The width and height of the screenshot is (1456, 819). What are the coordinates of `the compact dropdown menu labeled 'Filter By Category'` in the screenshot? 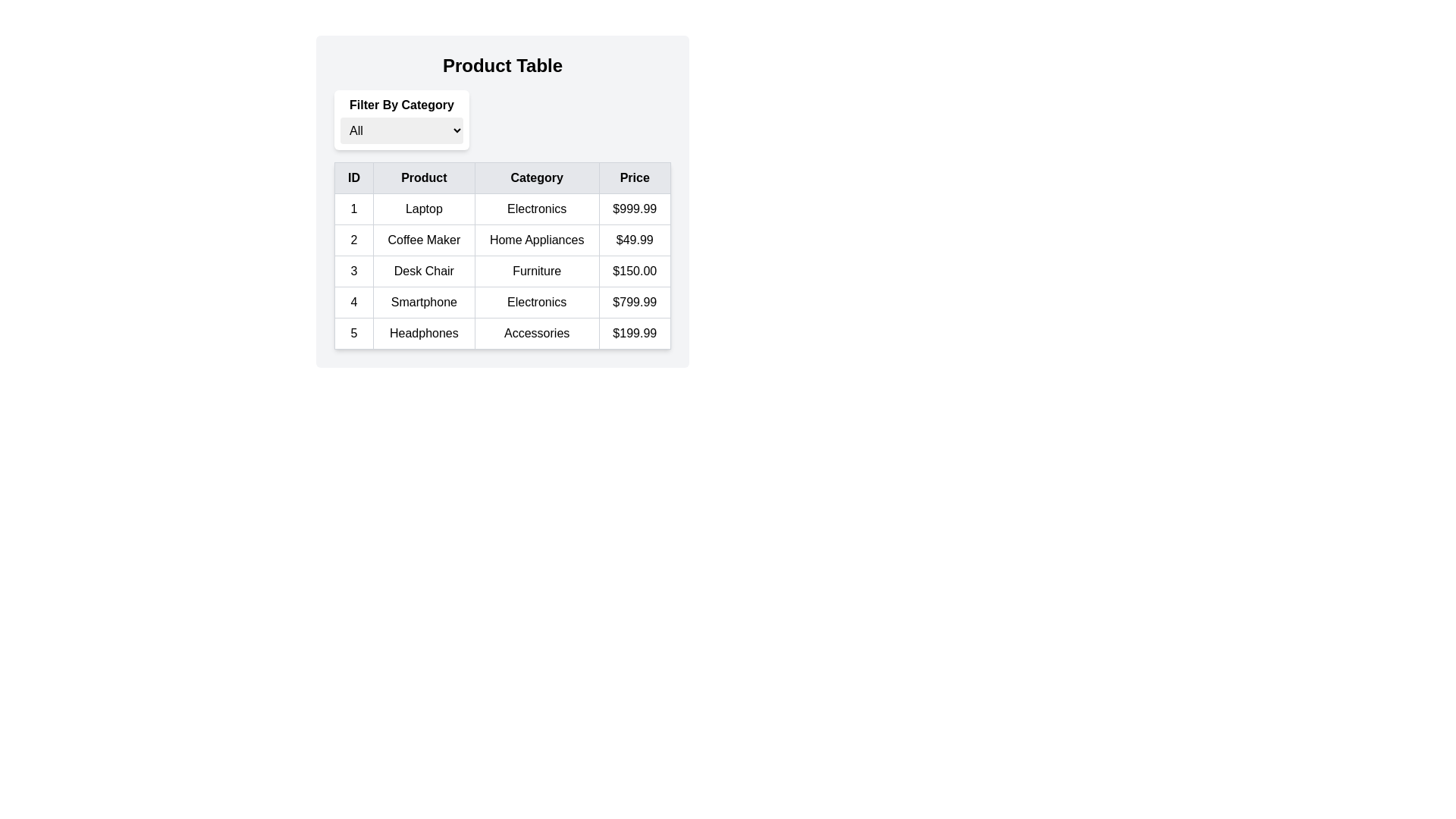 It's located at (401, 119).